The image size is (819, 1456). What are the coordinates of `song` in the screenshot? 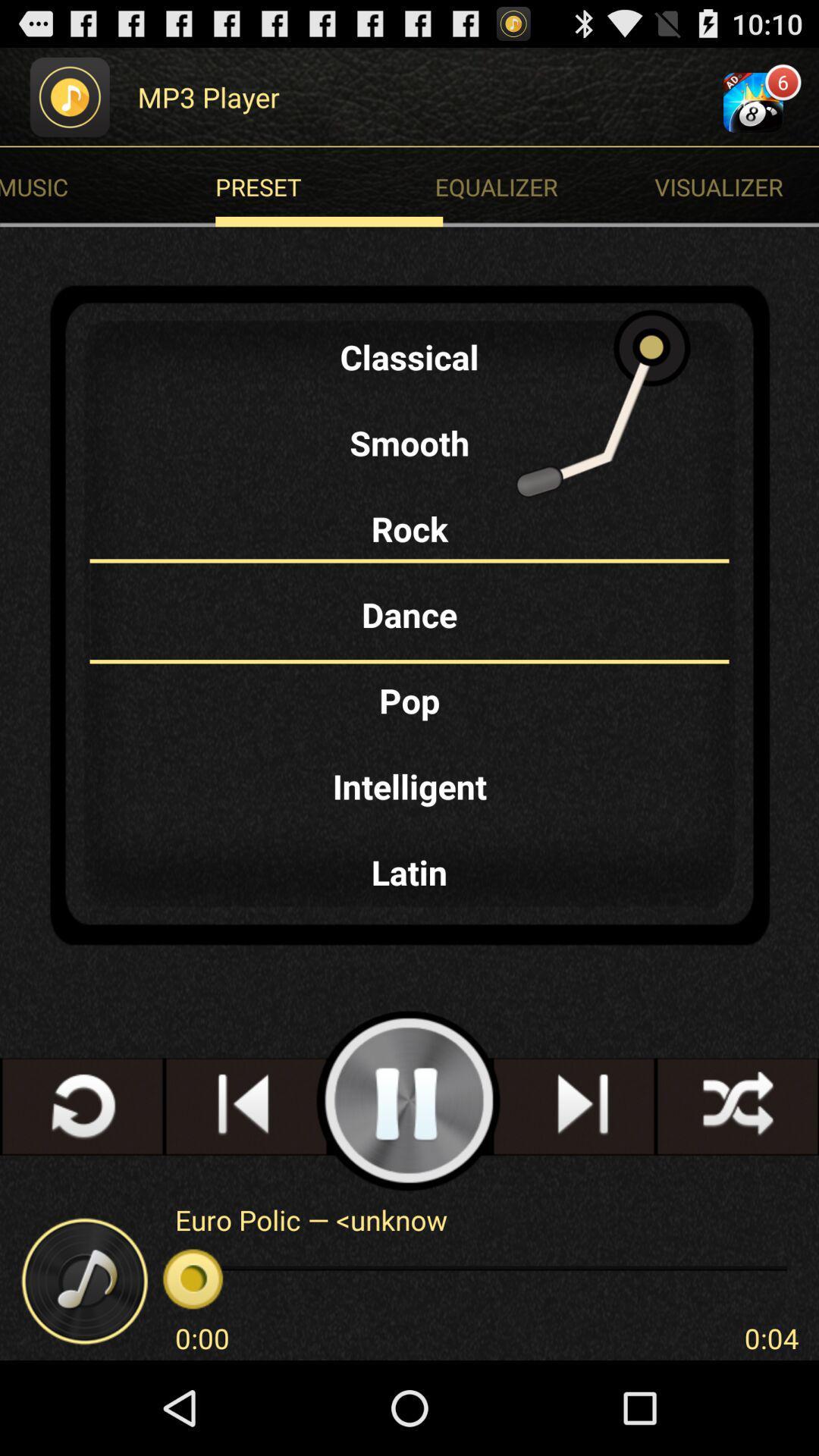 It's located at (408, 1101).